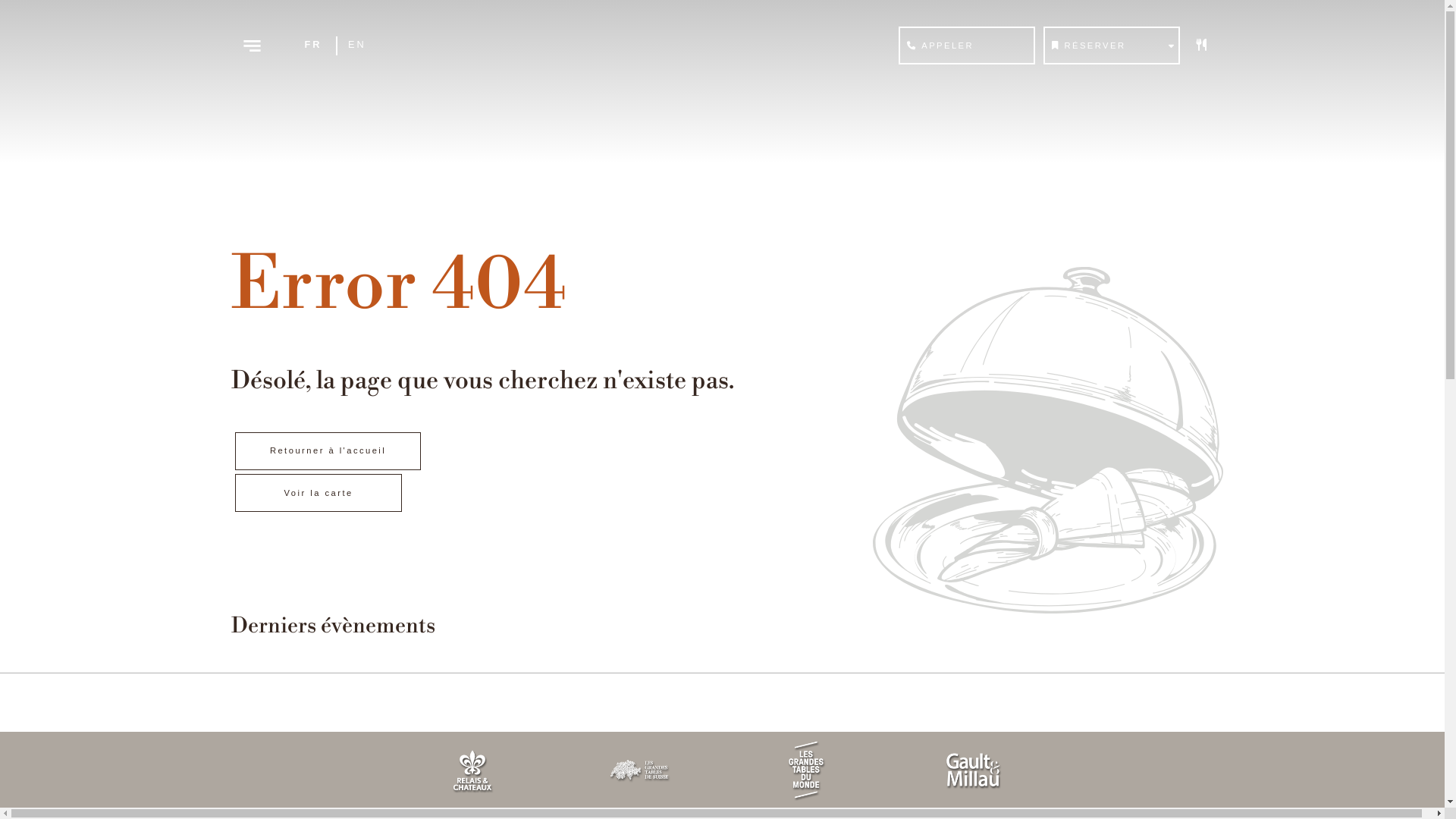 Image resolution: width=1456 pixels, height=819 pixels. Describe the element at coordinates (356, 45) in the screenshot. I see `'EN'` at that location.